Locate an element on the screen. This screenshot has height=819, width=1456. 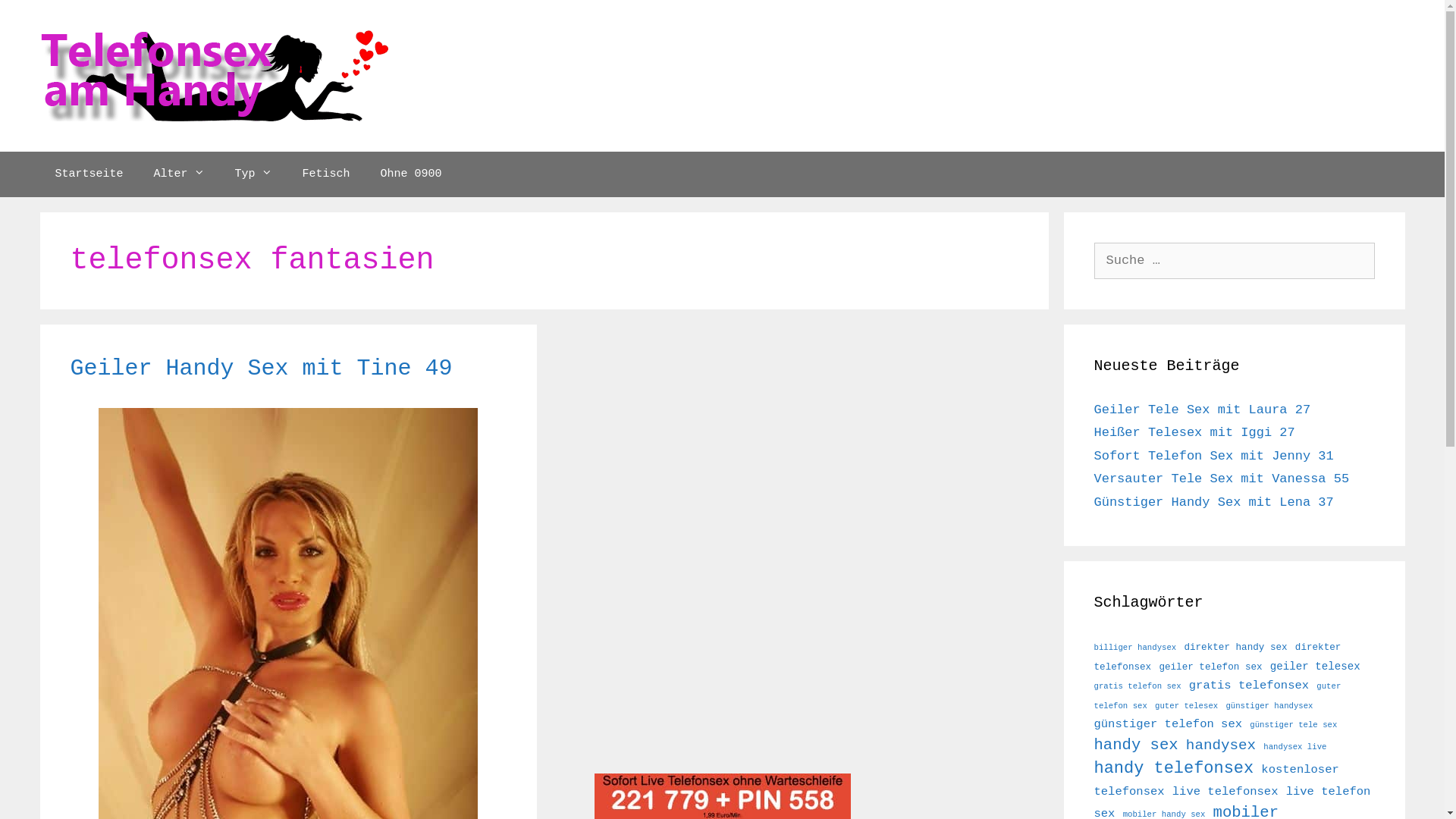
'gratis telefon sex' is located at coordinates (1137, 686).